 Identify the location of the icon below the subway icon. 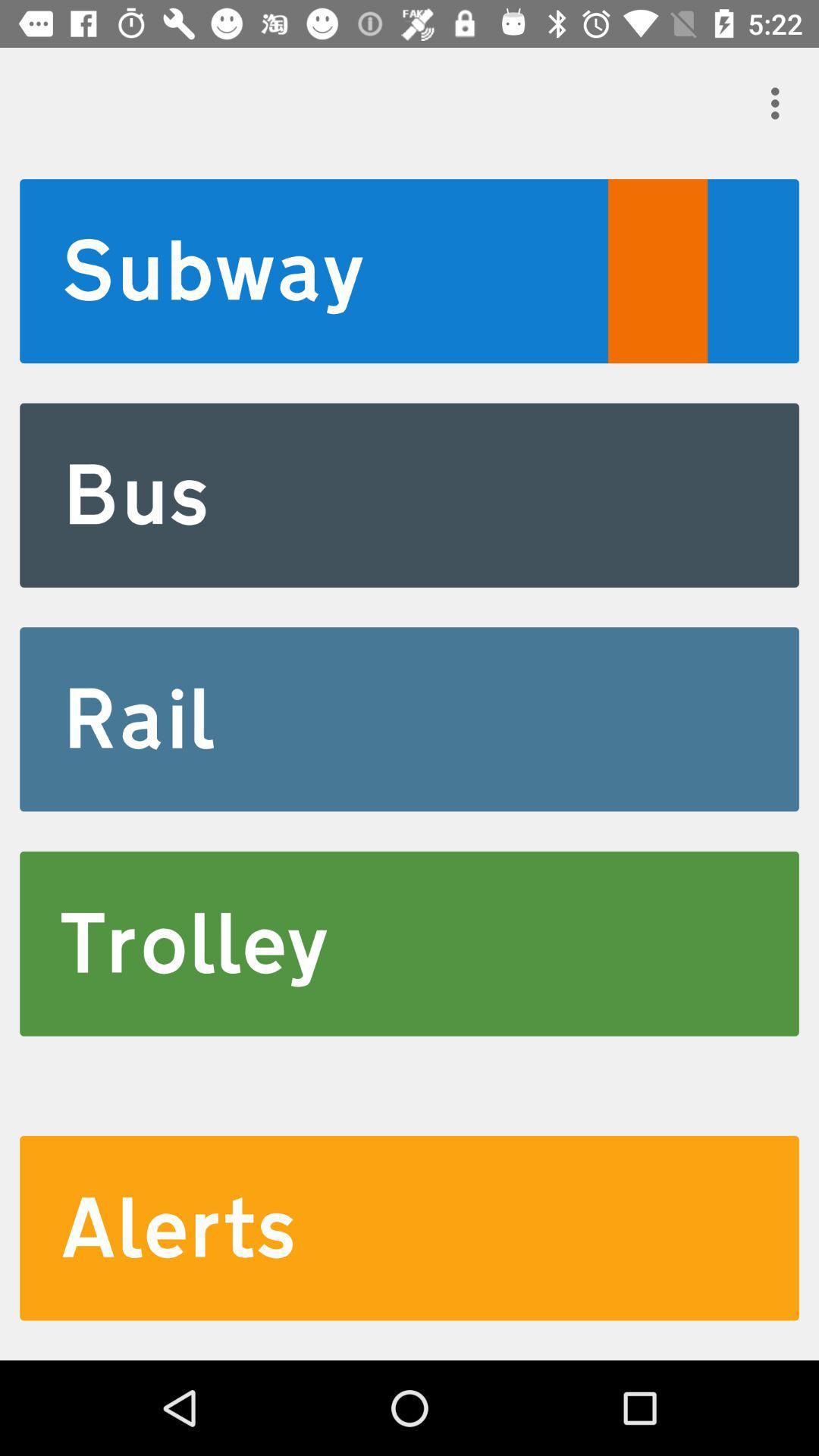
(409, 495).